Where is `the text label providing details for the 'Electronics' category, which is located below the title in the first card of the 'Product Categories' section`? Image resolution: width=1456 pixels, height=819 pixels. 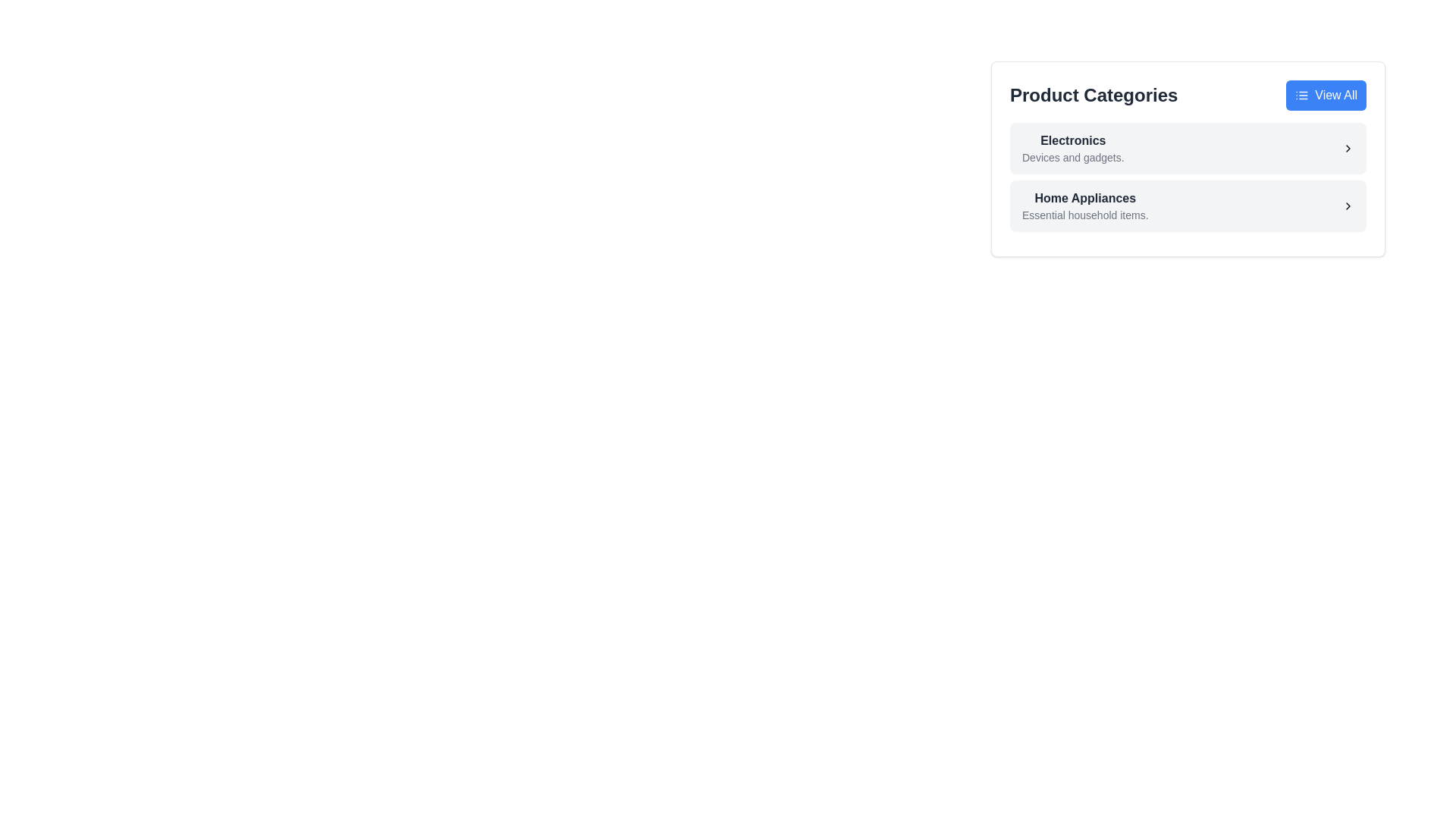 the text label providing details for the 'Electronics' category, which is located below the title in the first card of the 'Product Categories' section is located at coordinates (1072, 158).